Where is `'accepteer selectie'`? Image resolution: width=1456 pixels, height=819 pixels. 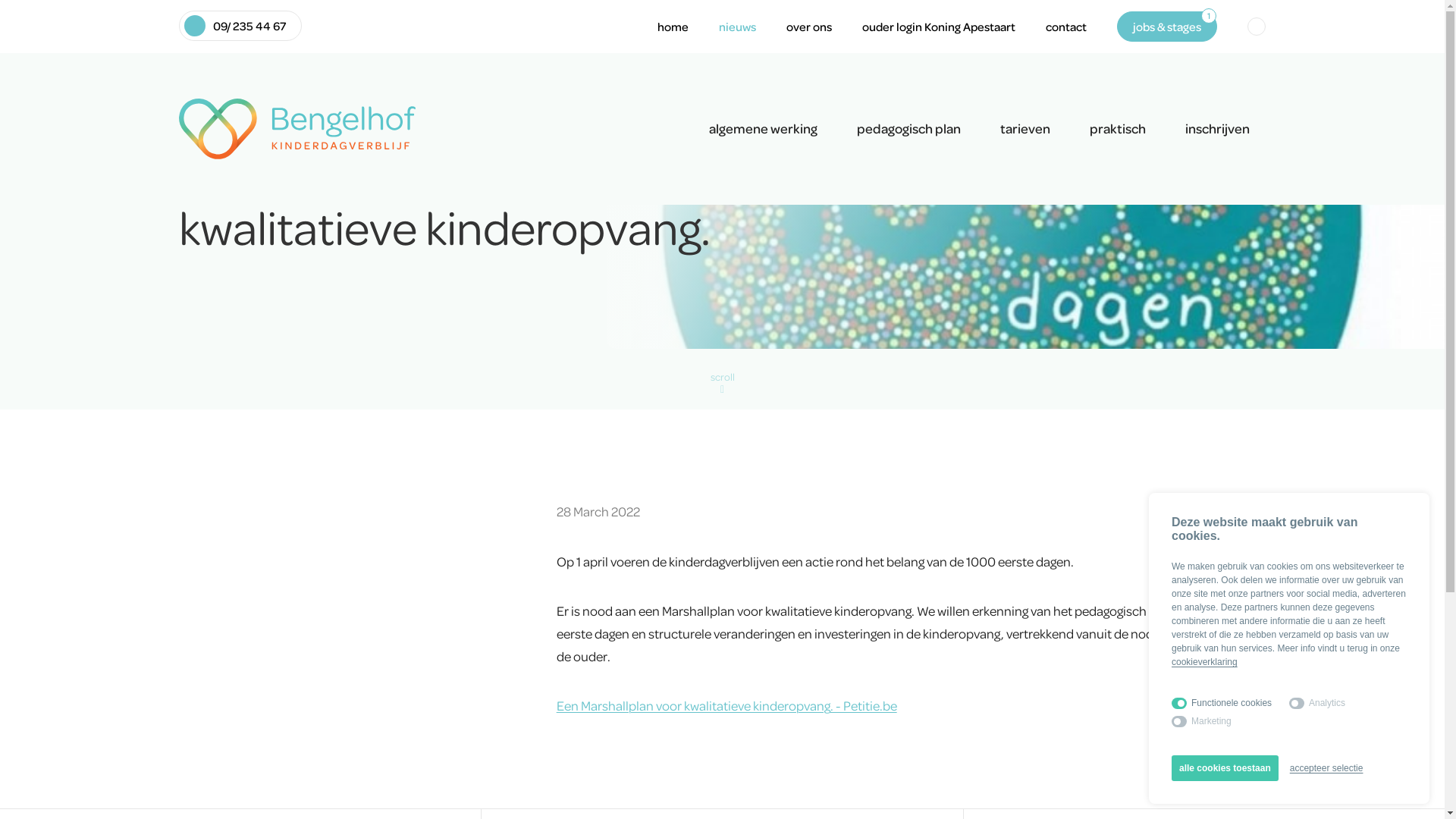 'accepteer selectie' is located at coordinates (1288, 768).